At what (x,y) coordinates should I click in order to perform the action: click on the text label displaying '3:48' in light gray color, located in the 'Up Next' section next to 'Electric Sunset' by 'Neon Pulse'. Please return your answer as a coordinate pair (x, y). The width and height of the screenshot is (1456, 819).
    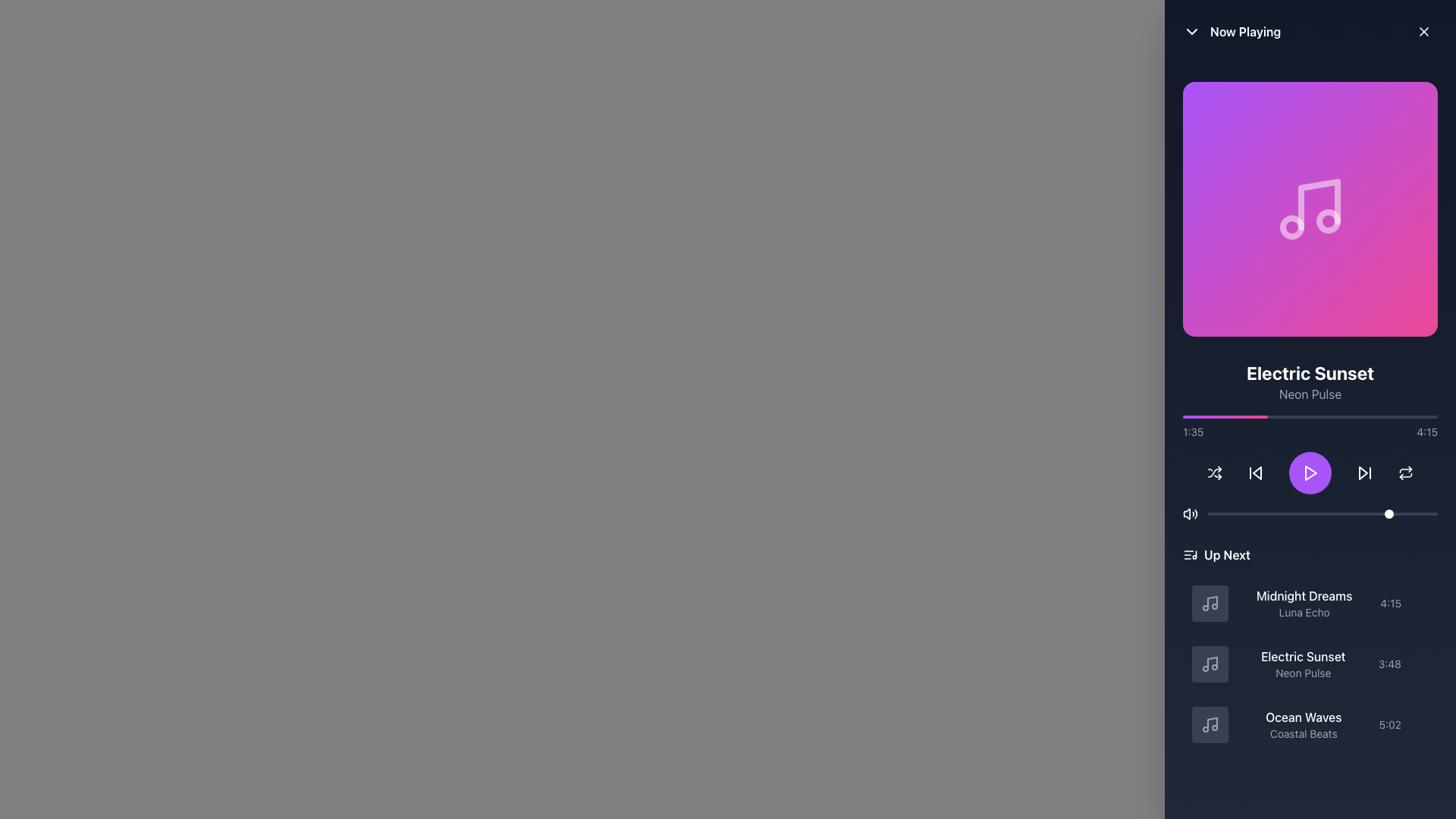
    Looking at the image, I should click on (1389, 663).